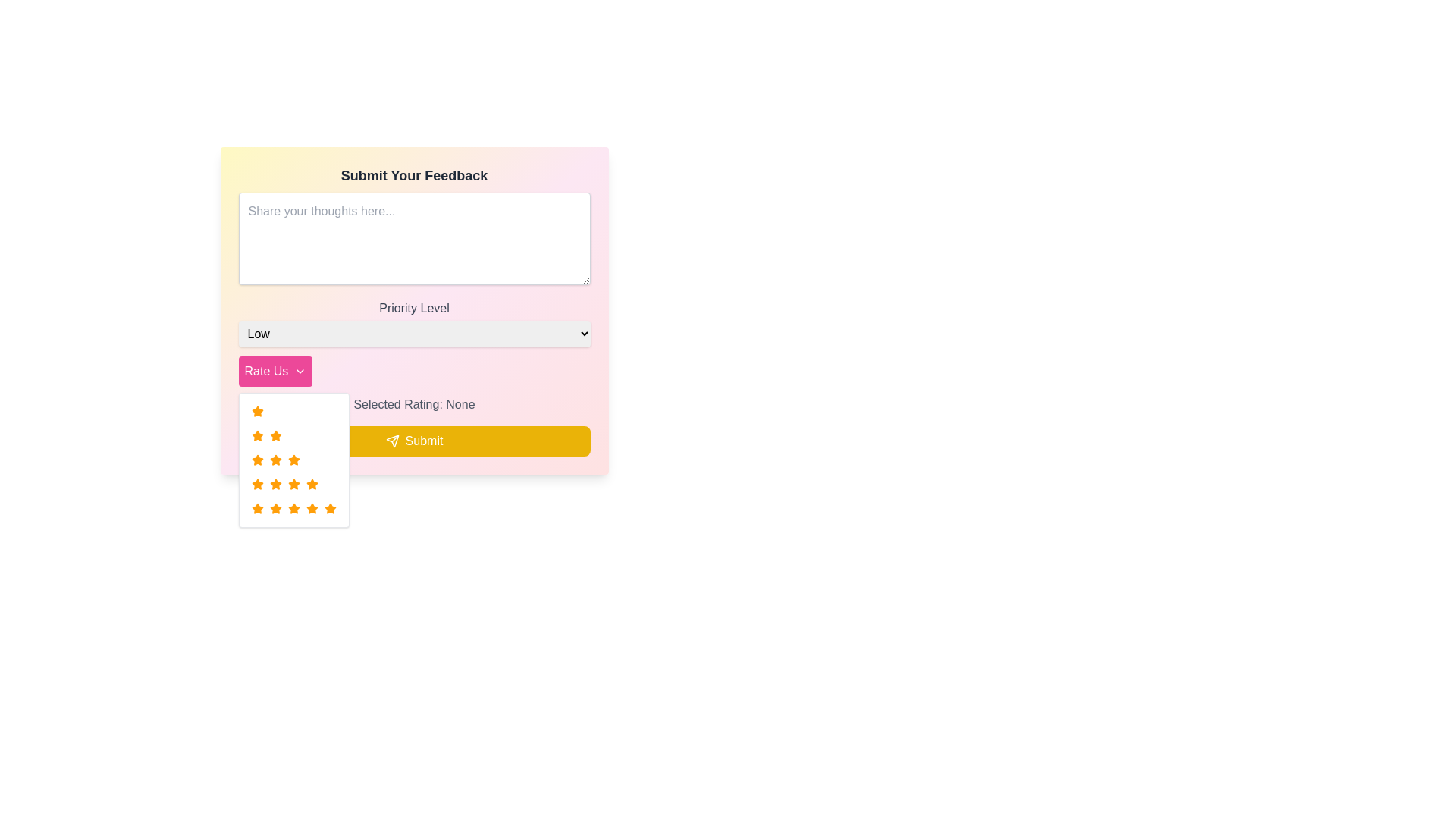  What do you see at coordinates (293, 484) in the screenshot?
I see `the orange star-shaped rating icon located in the second row and second column of the star grid in the feedback form to rate it` at bounding box center [293, 484].